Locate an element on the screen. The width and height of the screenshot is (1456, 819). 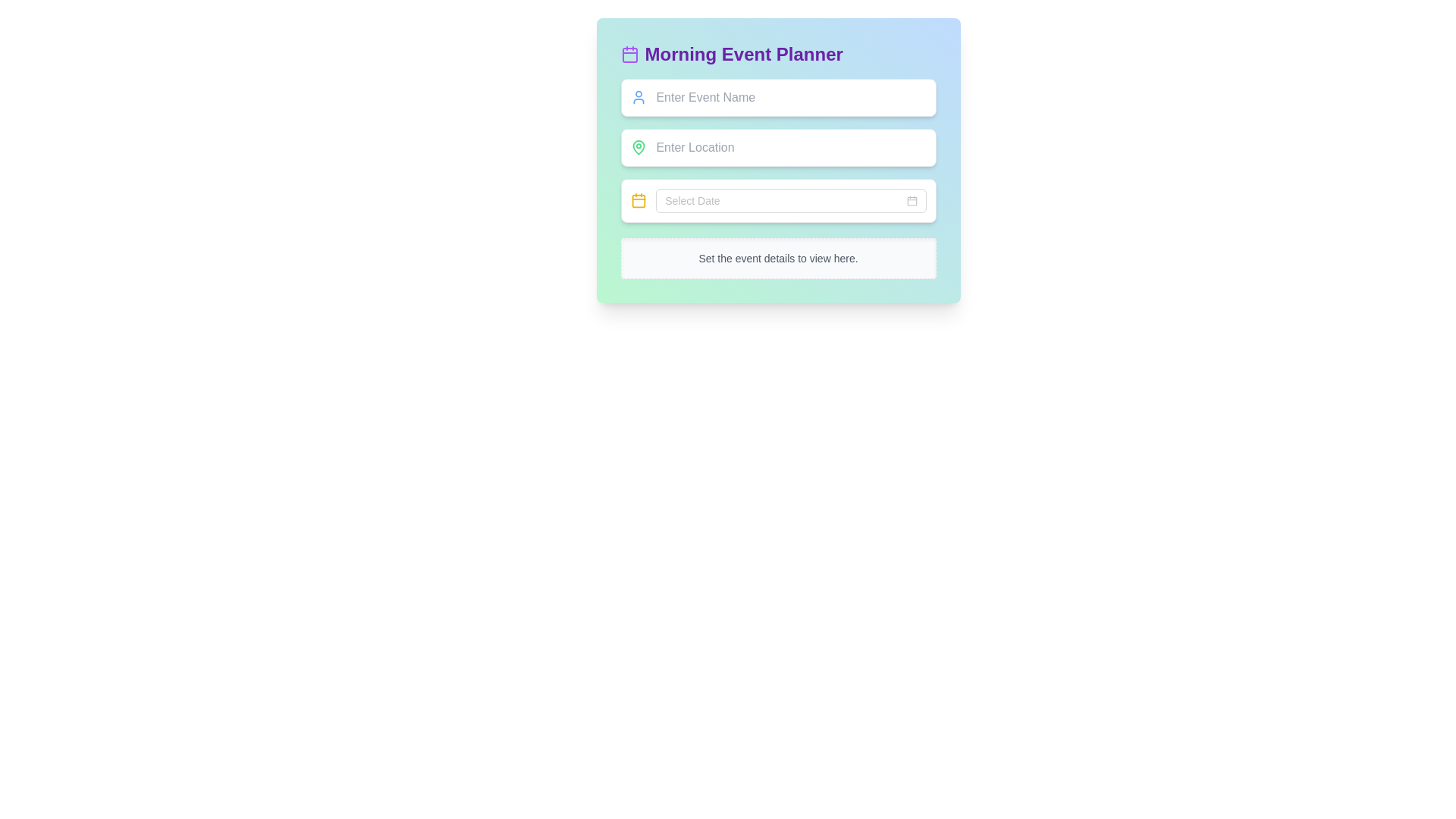
the decorative icon that symbolizes the location input field, positioned to the left of the input text area in the second input field labeled 'Enter Location' is located at coordinates (639, 148).